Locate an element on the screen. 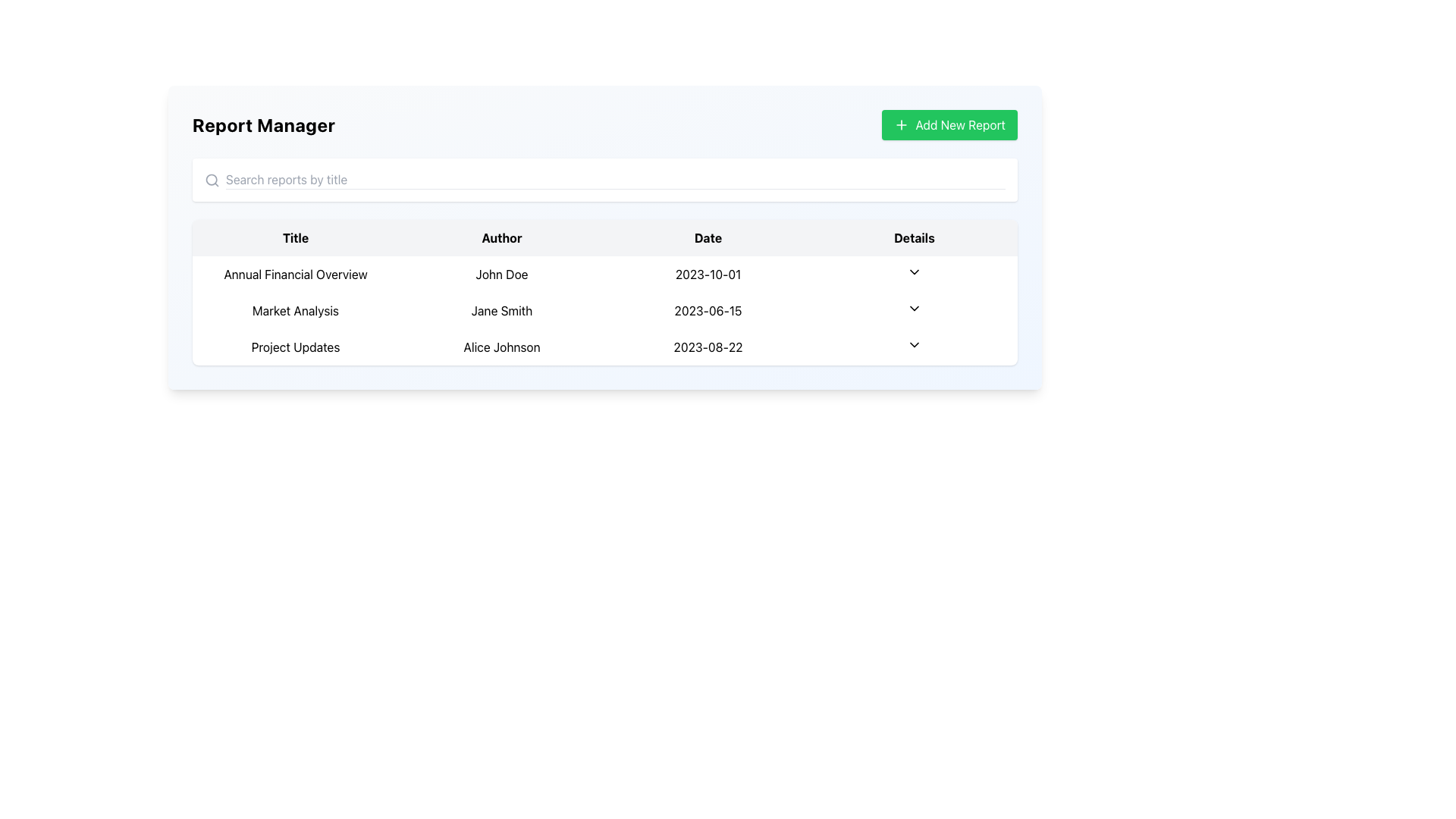  the triangular downward pointing arrow icon located in the 'Details' column of the row labeled 'Annual Financial Overview' to trigger a tooltip if applicable is located at coordinates (913, 275).